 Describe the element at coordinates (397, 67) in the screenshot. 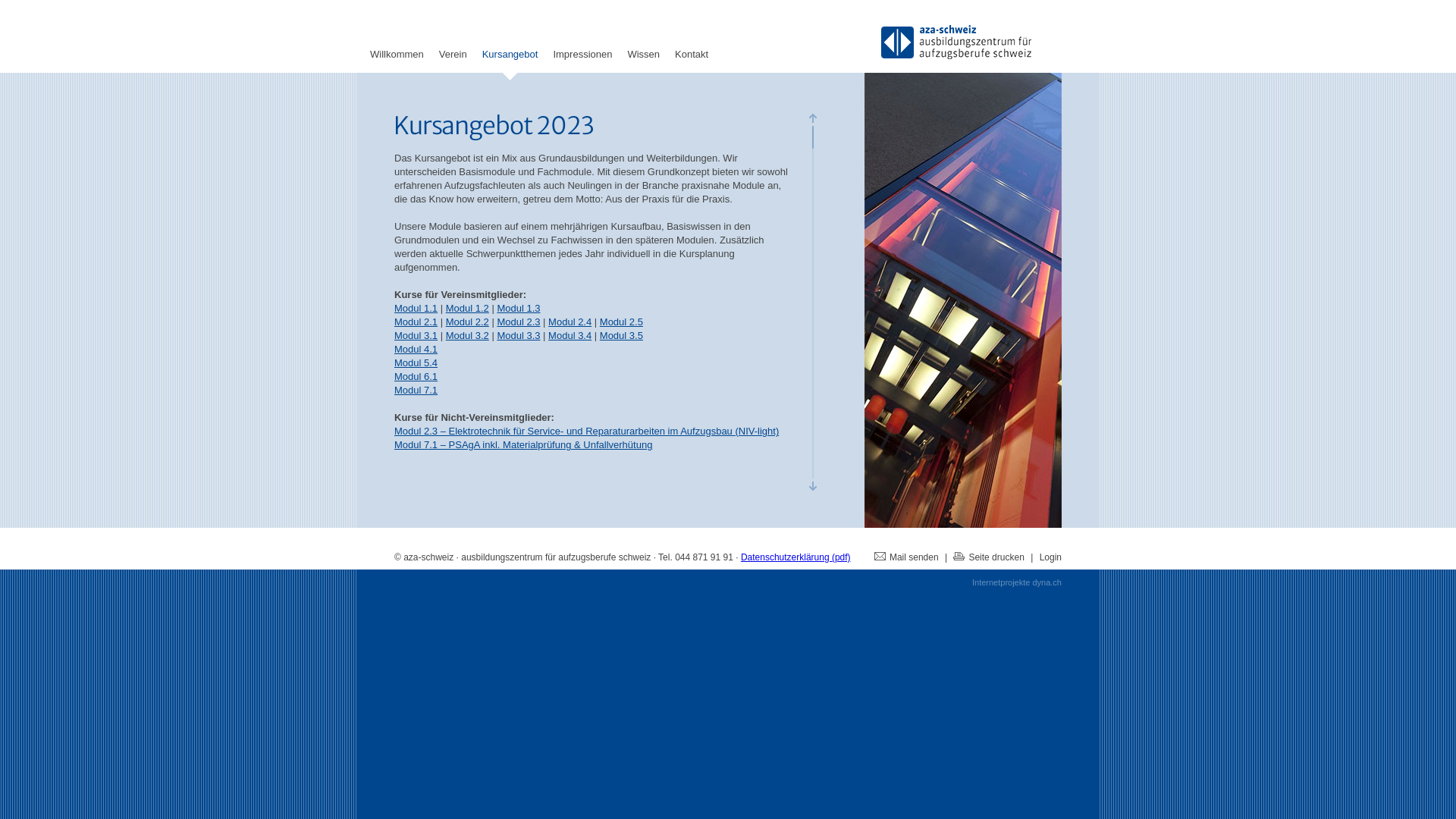

I see `'Willkommen'` at that location.